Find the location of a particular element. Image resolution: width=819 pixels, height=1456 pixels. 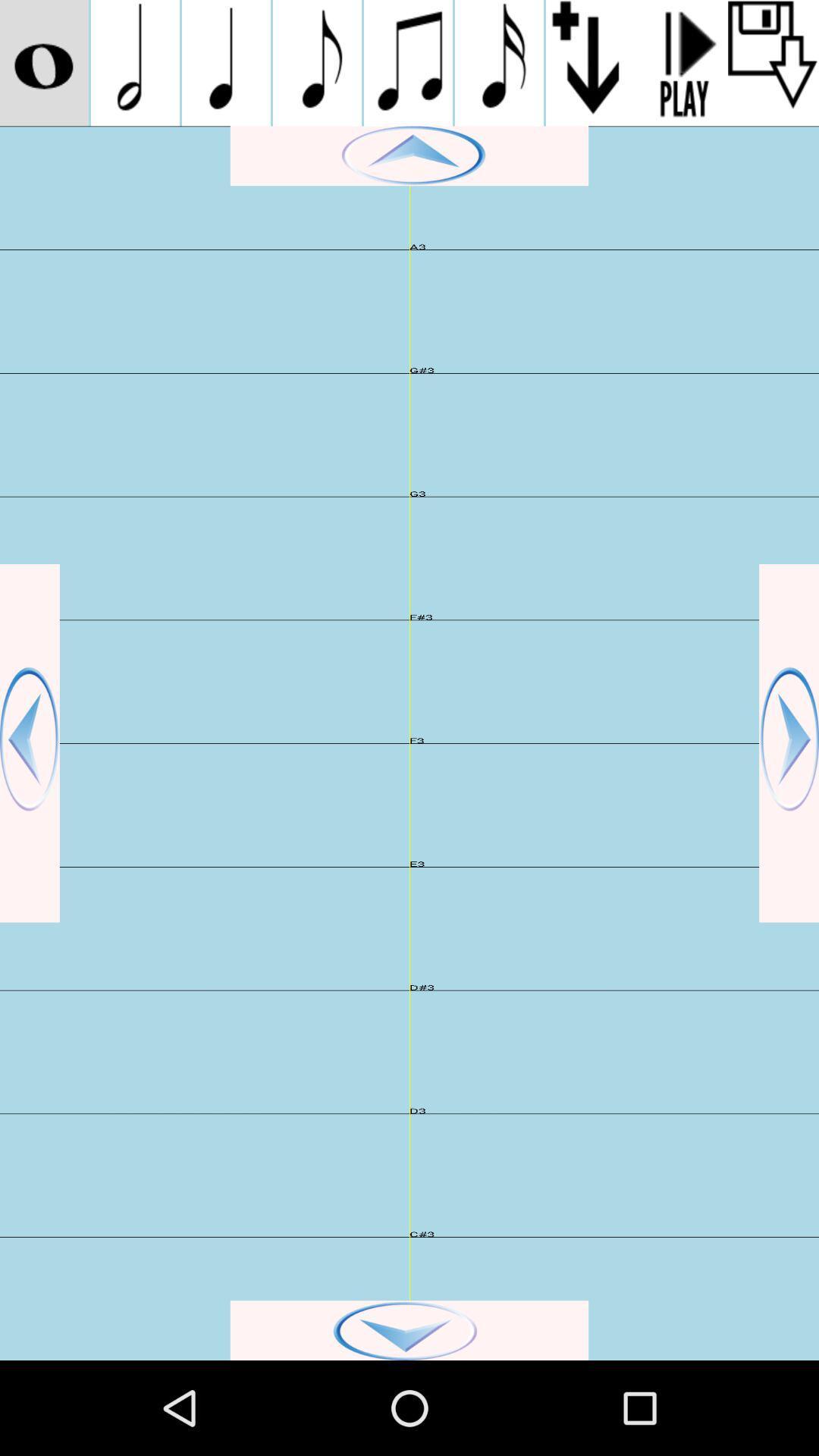

music notes is located at coordinates (499, 62).